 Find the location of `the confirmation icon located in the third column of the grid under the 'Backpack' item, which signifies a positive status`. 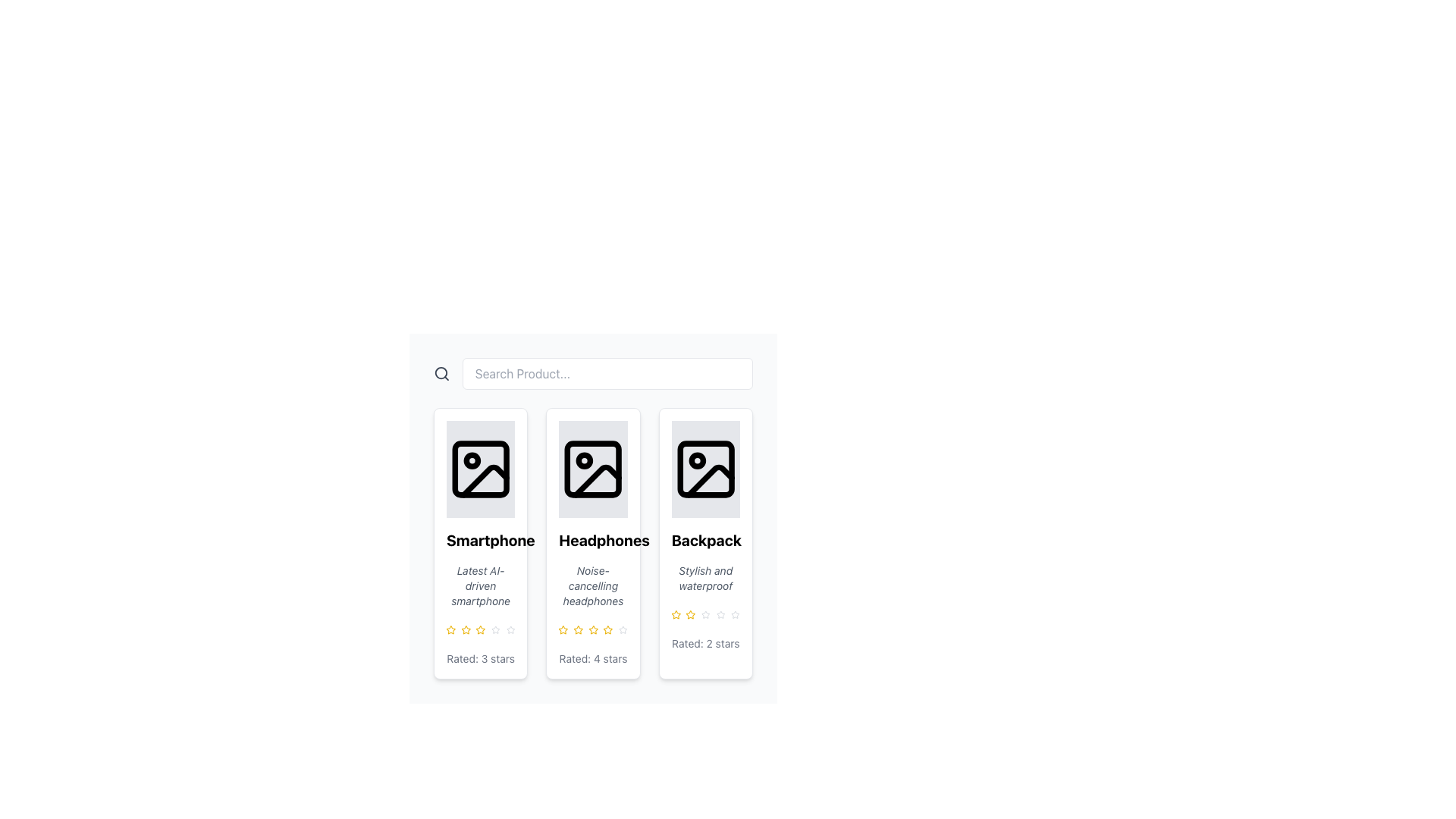

the confirmation icon located in the third column of the grid under the 'Backpack' item, which signifies a positive status is located at coordinates (664, 541).